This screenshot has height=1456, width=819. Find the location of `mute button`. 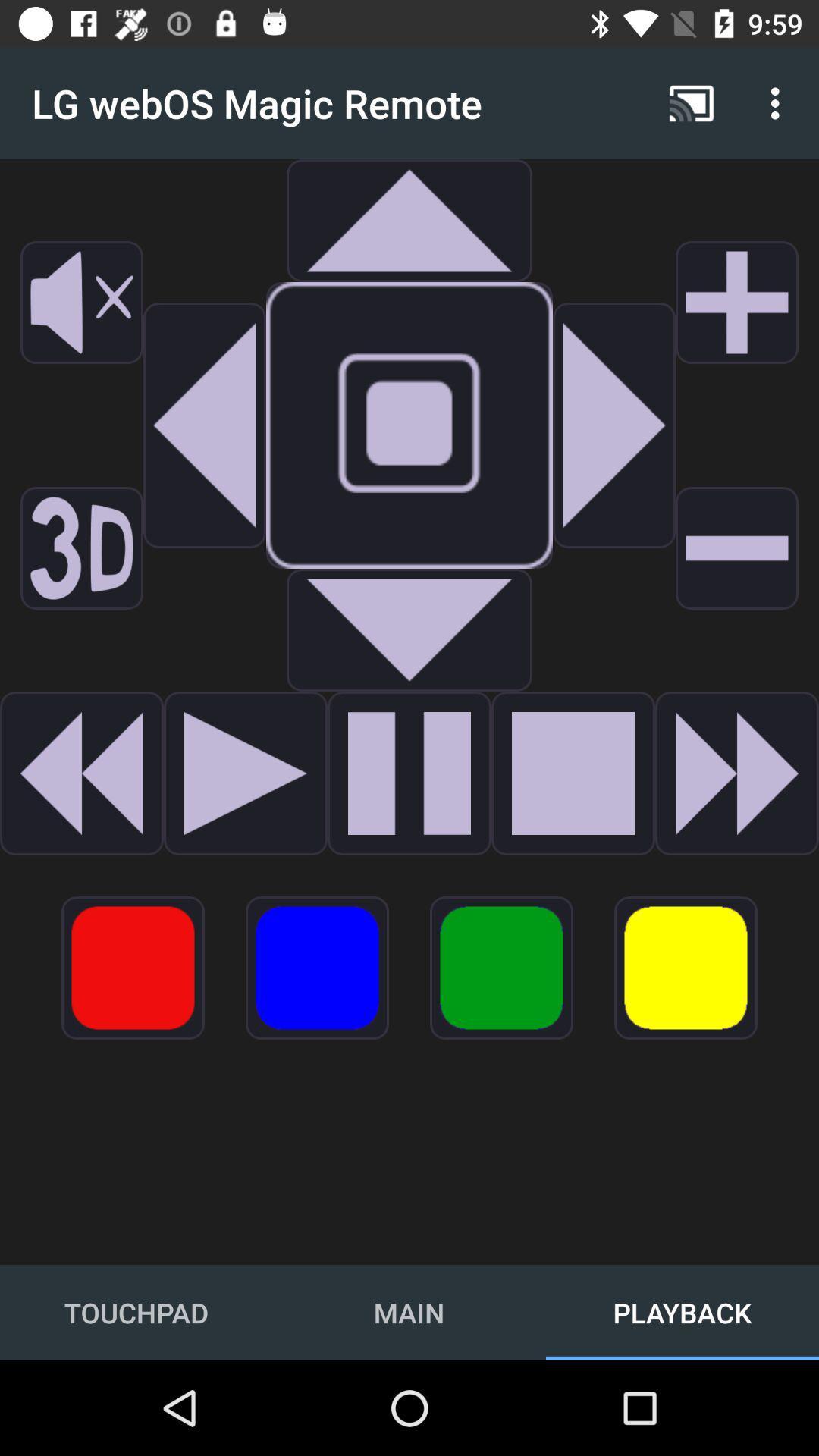

mute button is located at coordinates (82, 302).